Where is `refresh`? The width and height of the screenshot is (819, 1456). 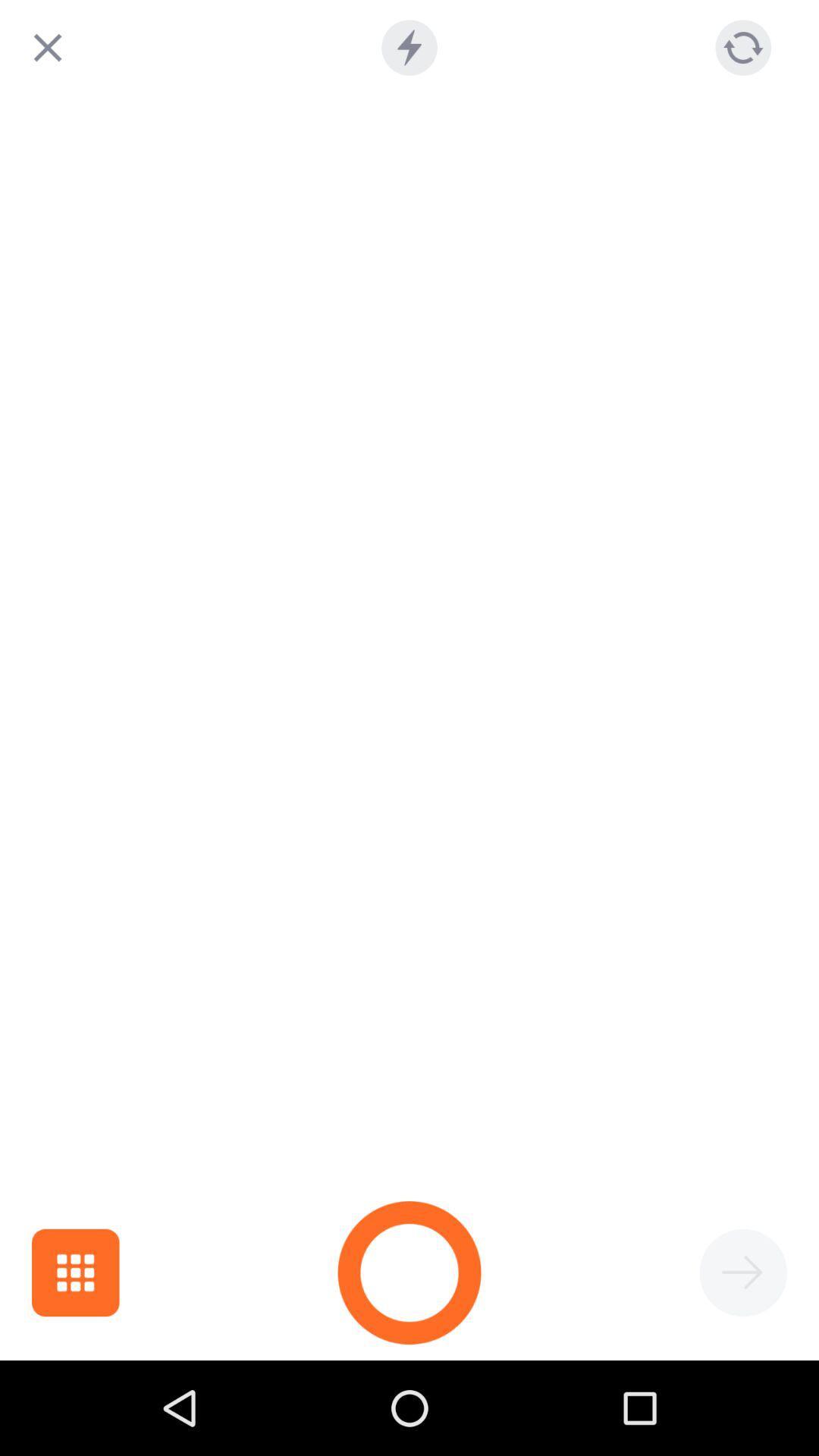
refresh is located at coordinates (742, 47).